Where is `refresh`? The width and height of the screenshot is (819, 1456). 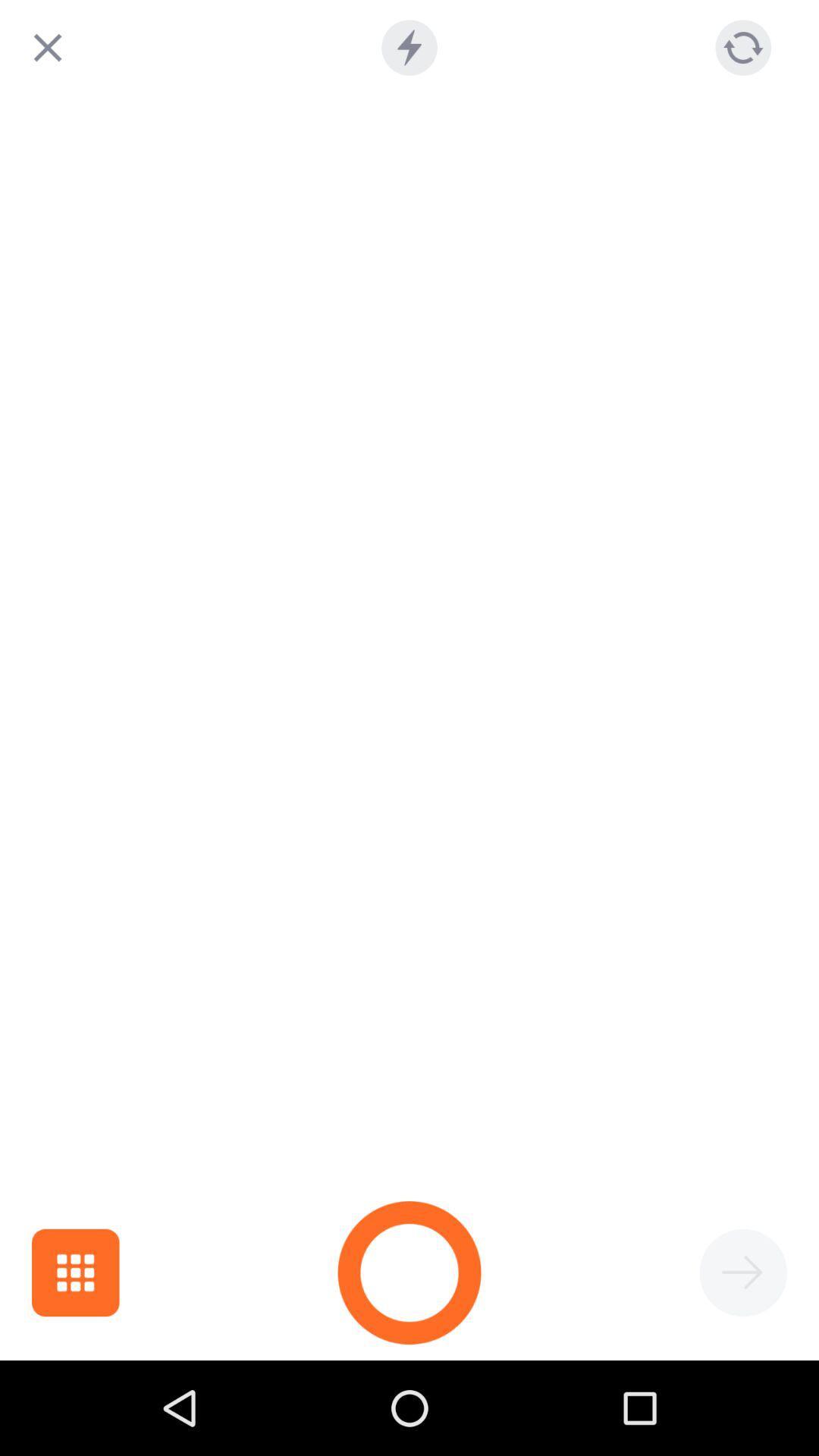
refresh is located at coordinates (742, 47).